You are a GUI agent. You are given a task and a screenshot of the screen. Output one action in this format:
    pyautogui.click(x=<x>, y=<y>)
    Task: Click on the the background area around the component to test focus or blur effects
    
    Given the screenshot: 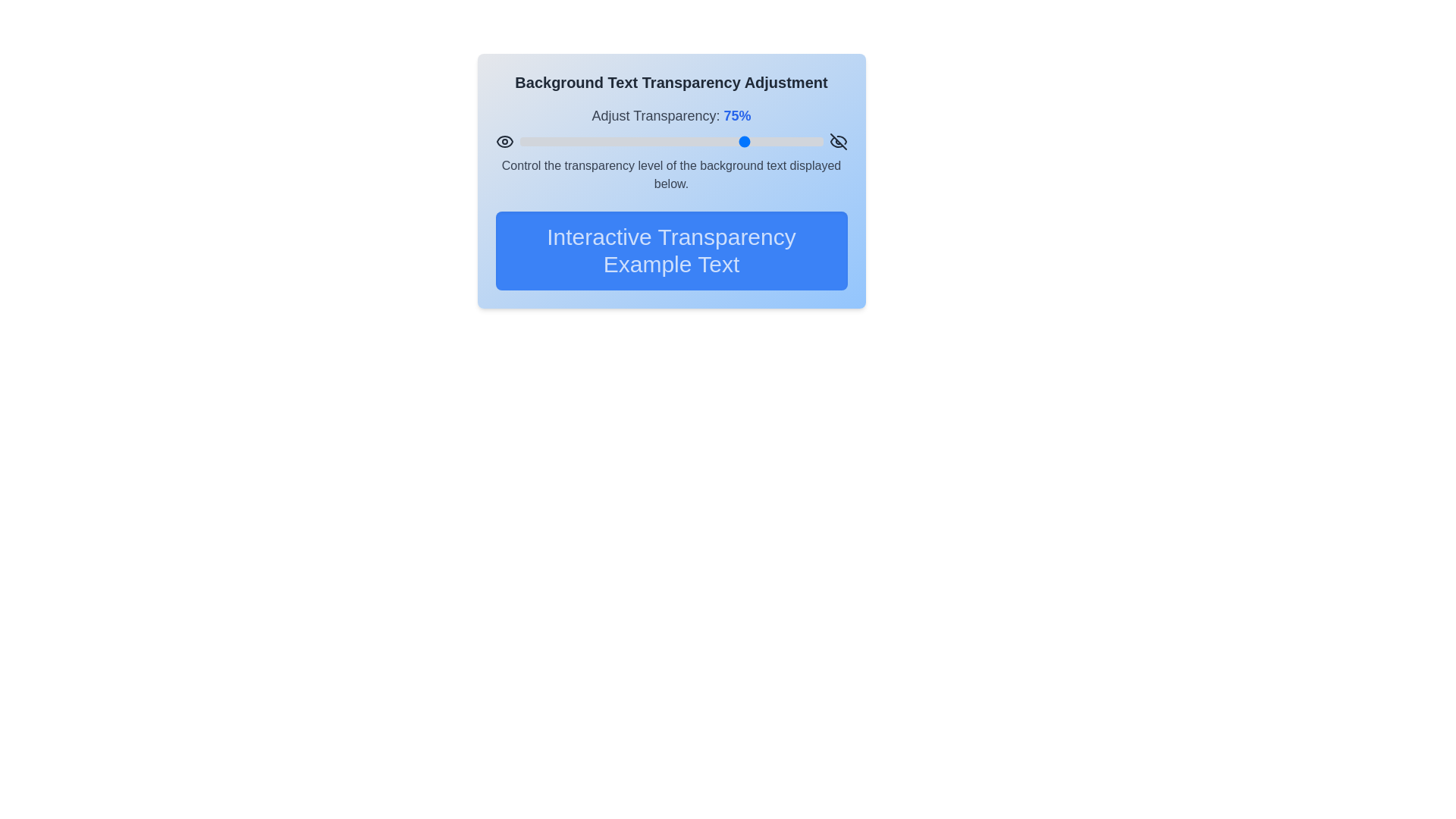 What is the action you would take?
    pyautogui.click(x=582, y=0)
    